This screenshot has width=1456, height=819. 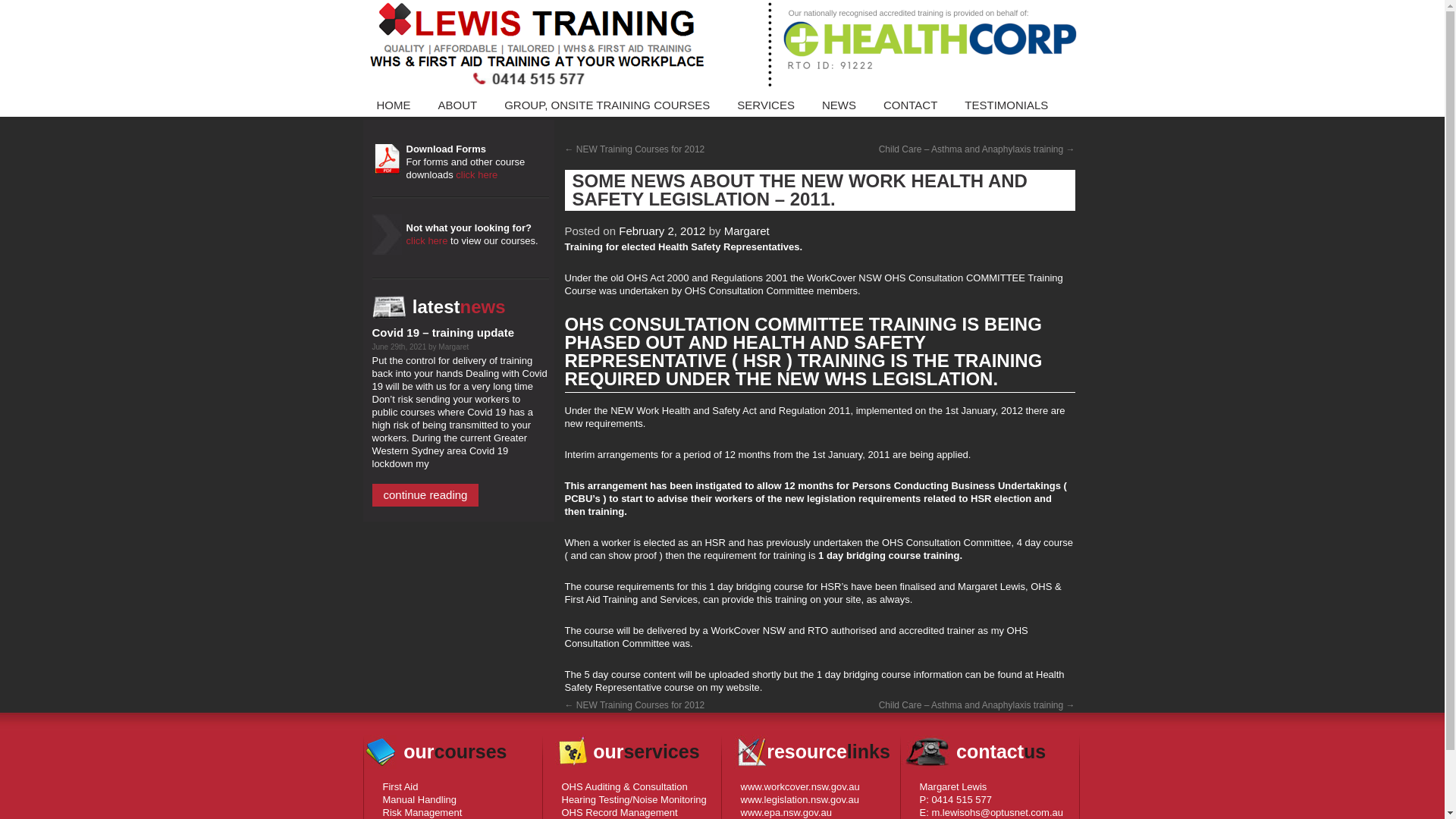 What do you see at coordinates (426, 240) in the screenshot?
I see `'click here'` at bounding box center [426, 240].